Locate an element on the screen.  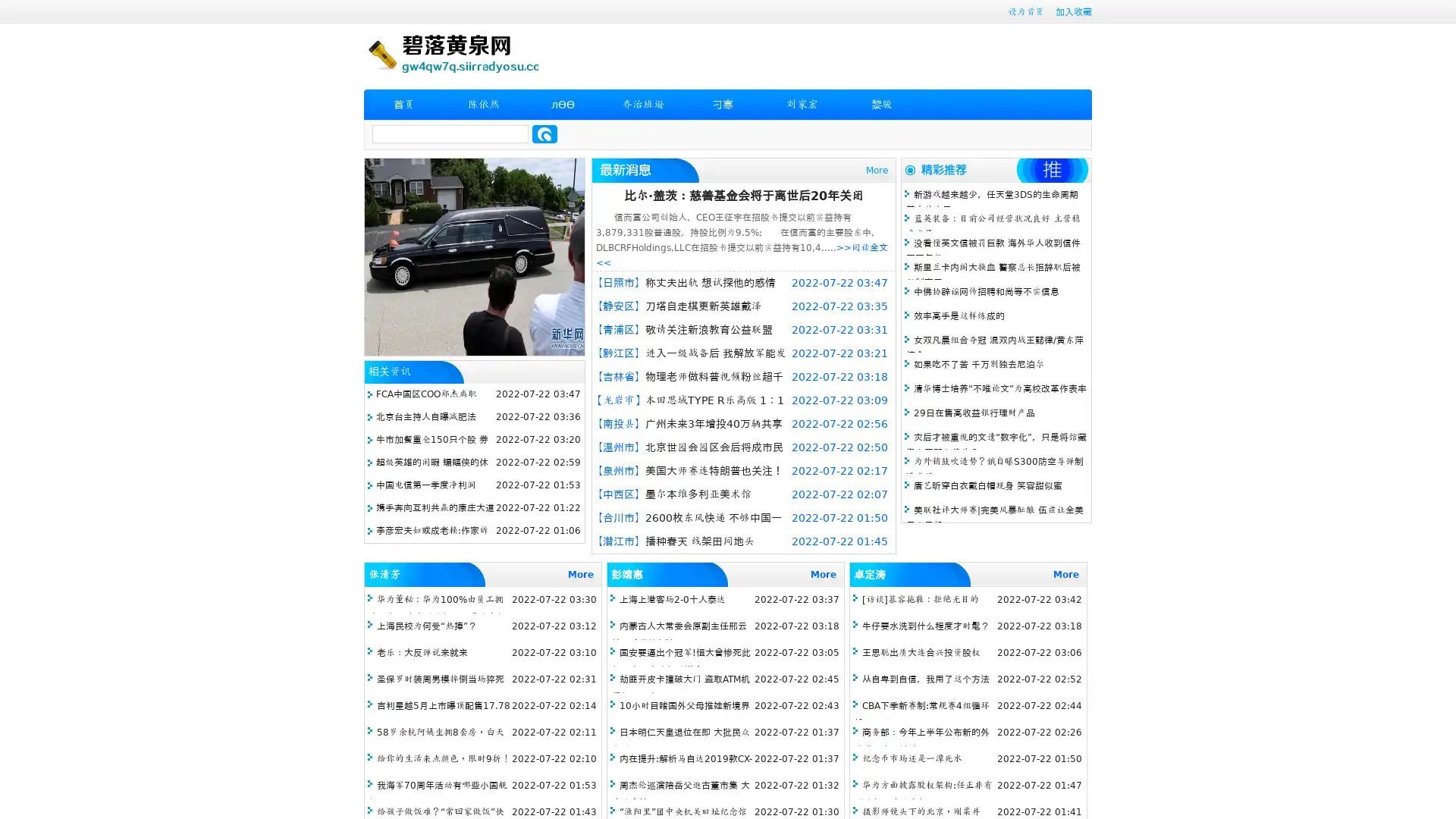
Search is located at coordinates (544, 133).